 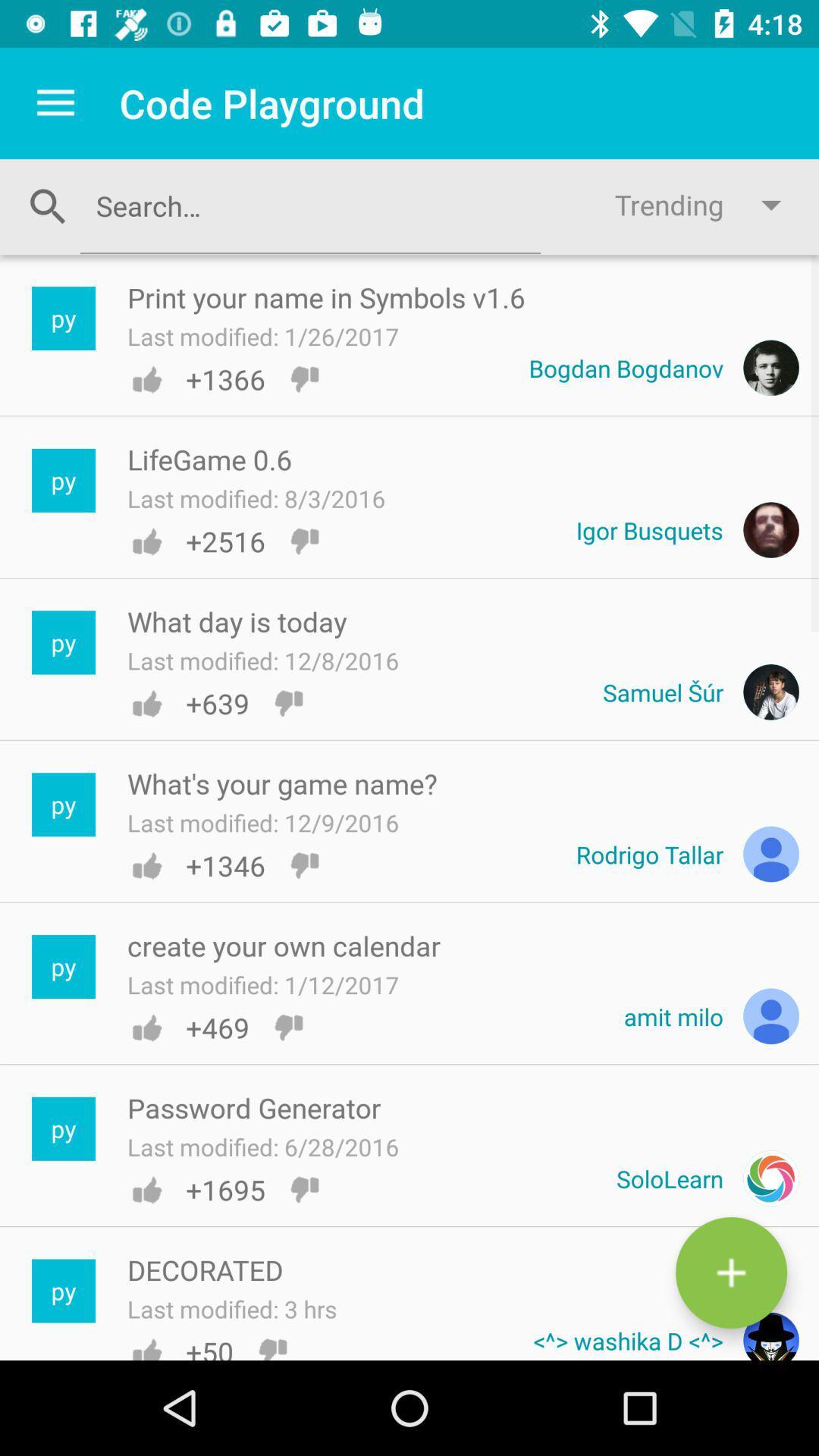 I want to click on more, so click(x=730, y=1272).